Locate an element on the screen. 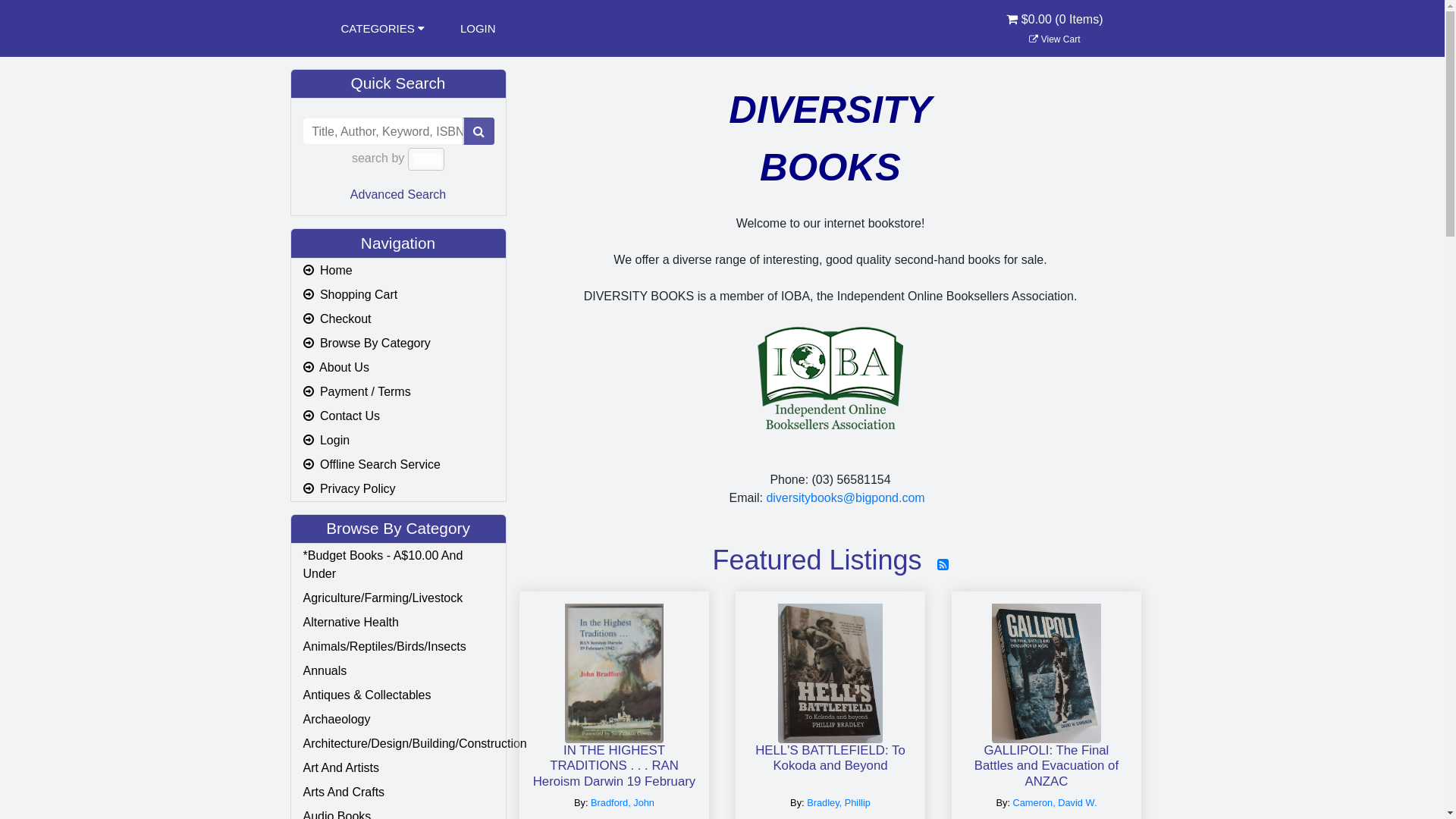 The width and height of the screenshot is (1456, 819). ' Contact Us' is located at coordinates (398, 416).